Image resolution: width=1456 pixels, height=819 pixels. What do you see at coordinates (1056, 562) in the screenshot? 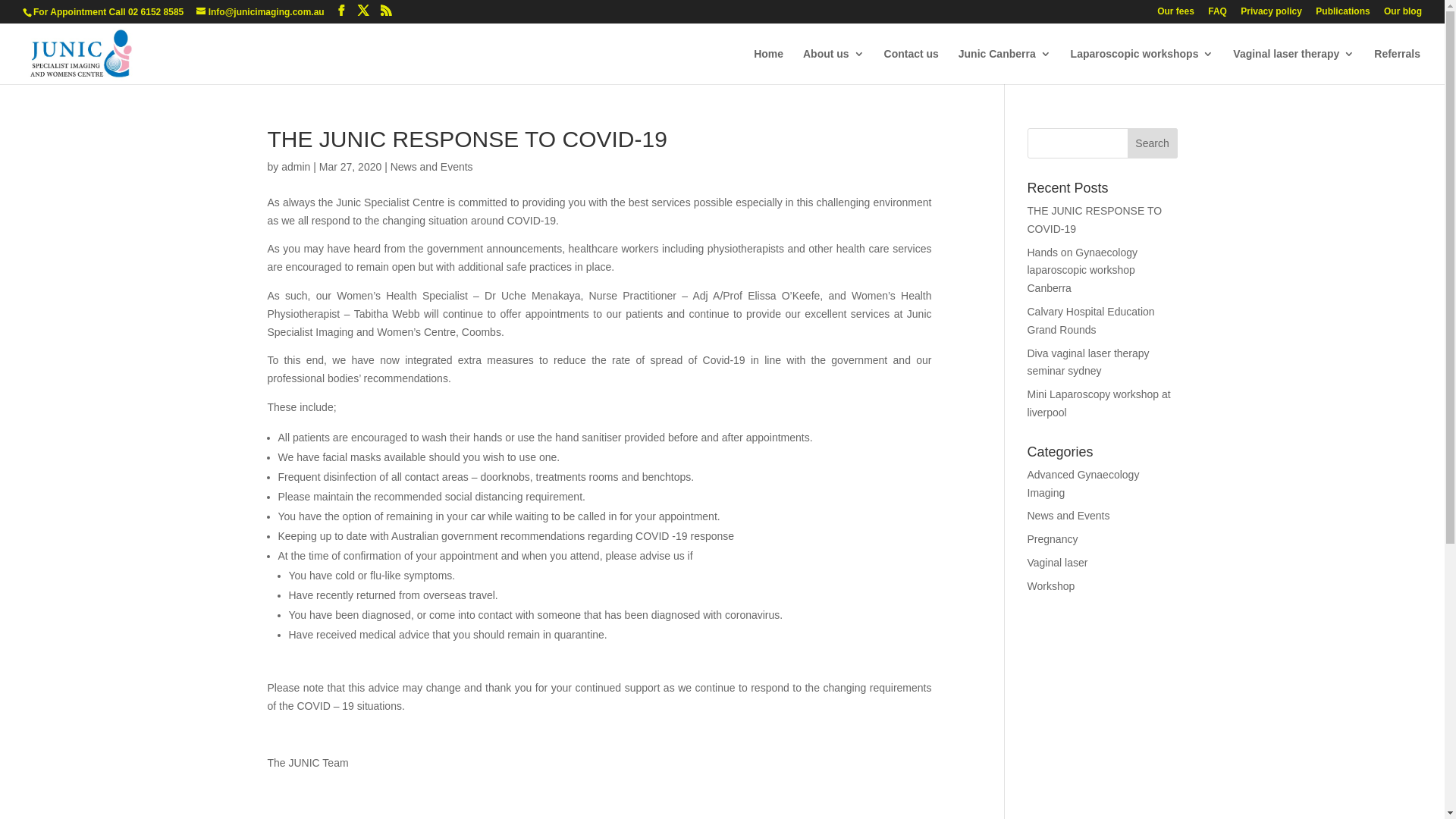
I see `'Vaginal laser'` at bounding box center [1056, 562].